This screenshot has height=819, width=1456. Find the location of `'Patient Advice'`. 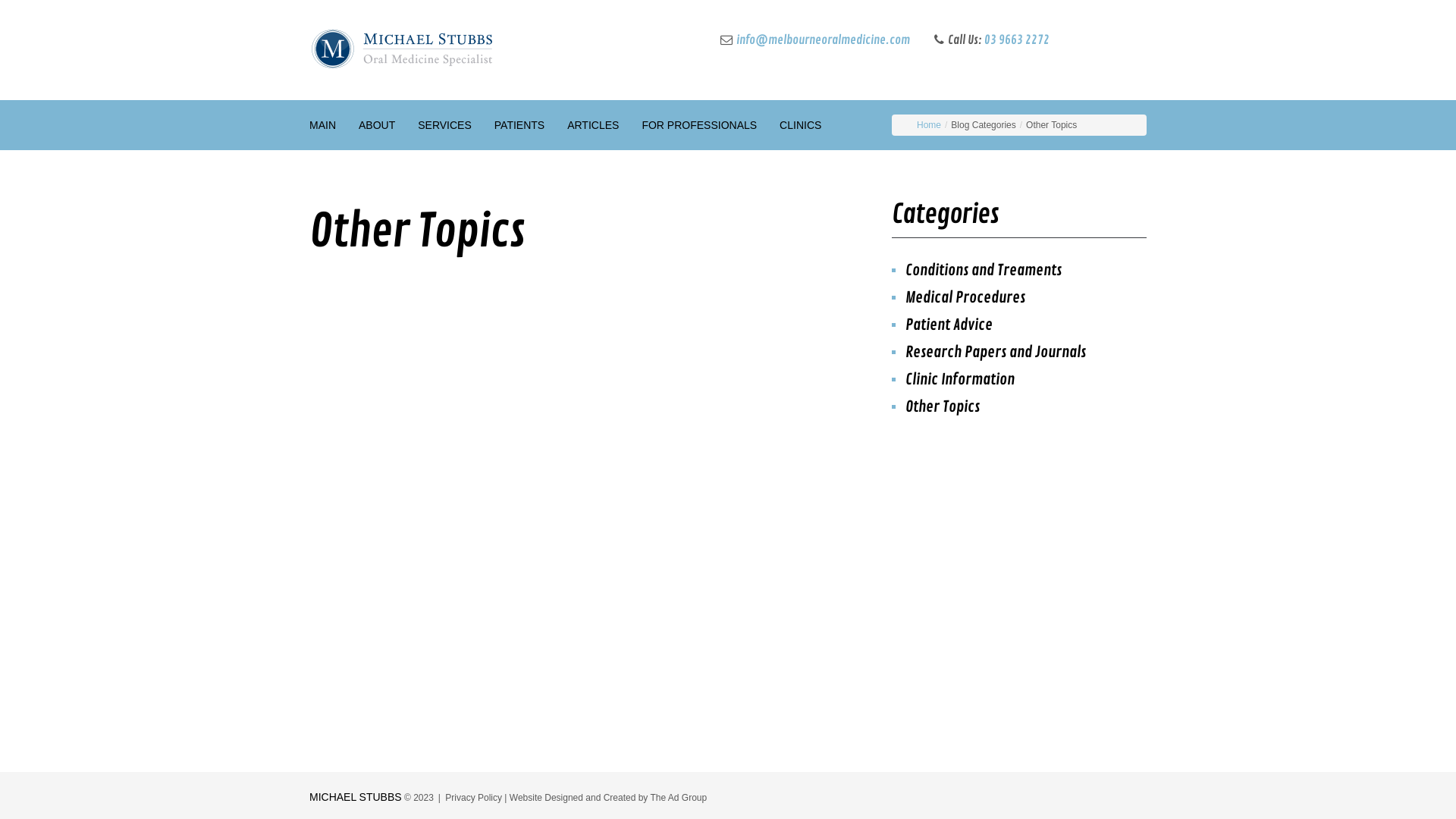

'Patient Advice' is located at coordinates (948, 324).